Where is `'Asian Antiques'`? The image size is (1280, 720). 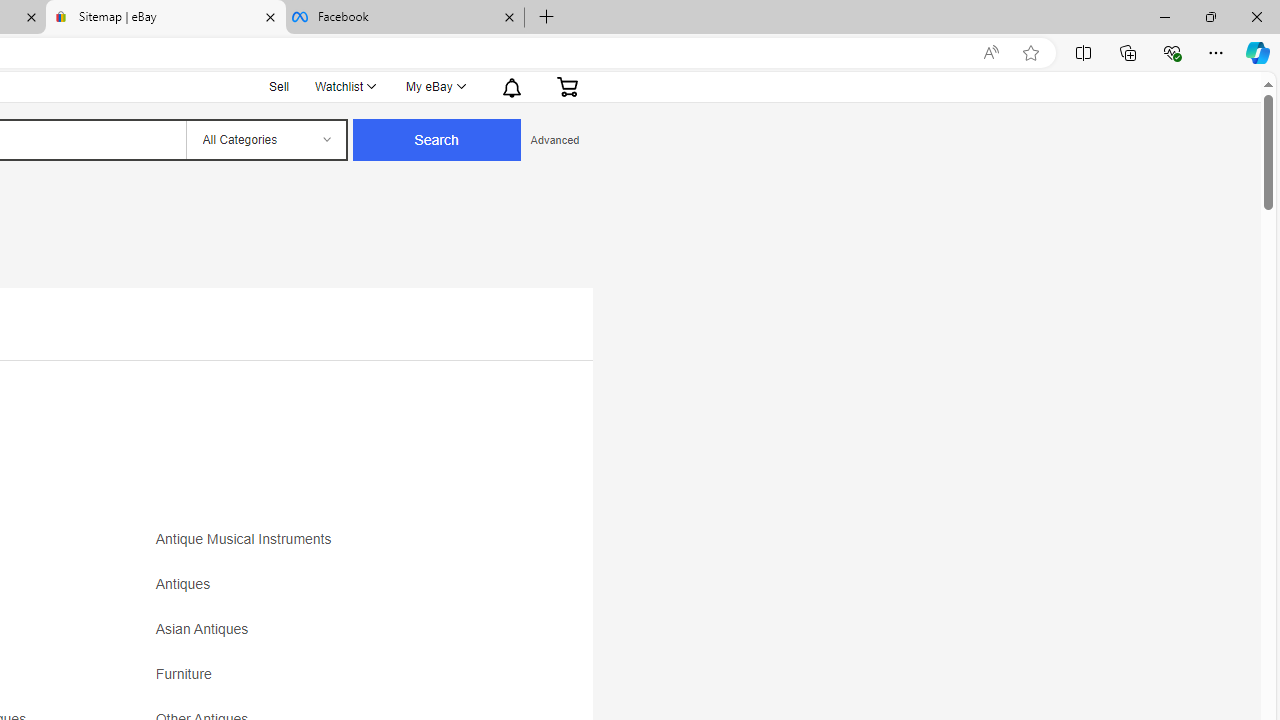
'Asian Antiques' is located at coordinates (332, 636).